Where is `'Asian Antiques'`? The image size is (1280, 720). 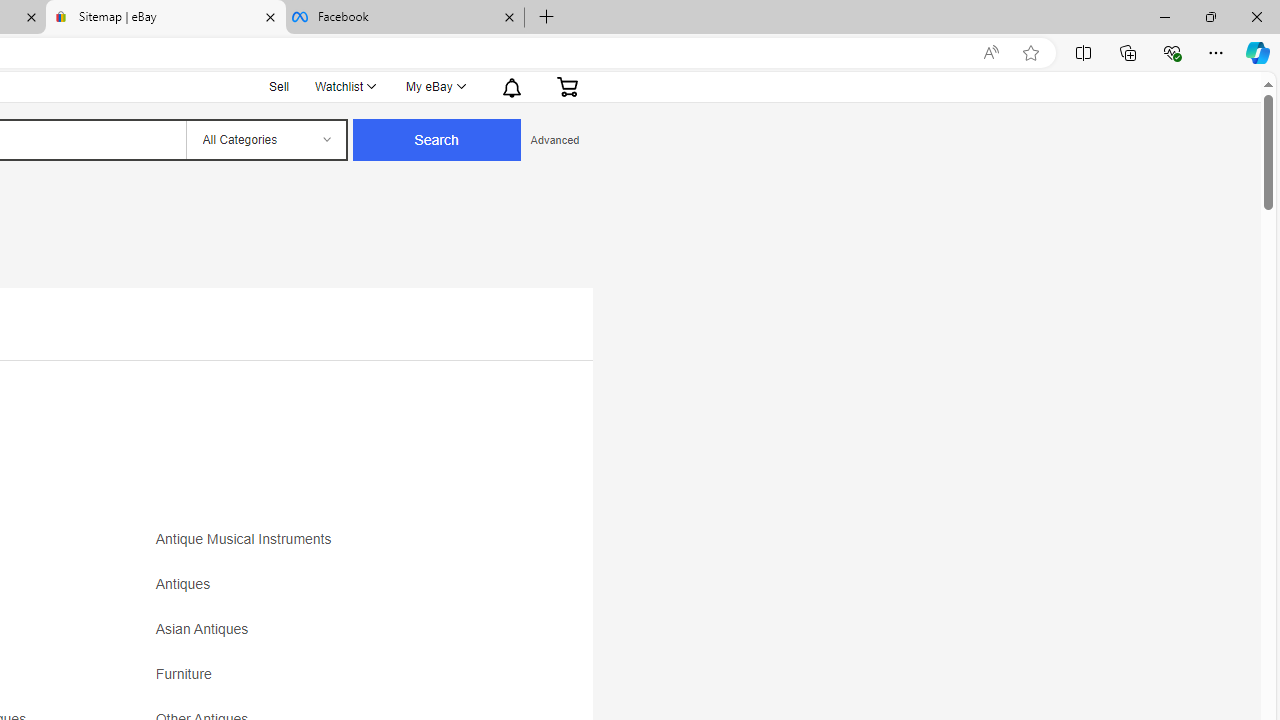
'Asian Antiques' is located at coordinates (332, 636).